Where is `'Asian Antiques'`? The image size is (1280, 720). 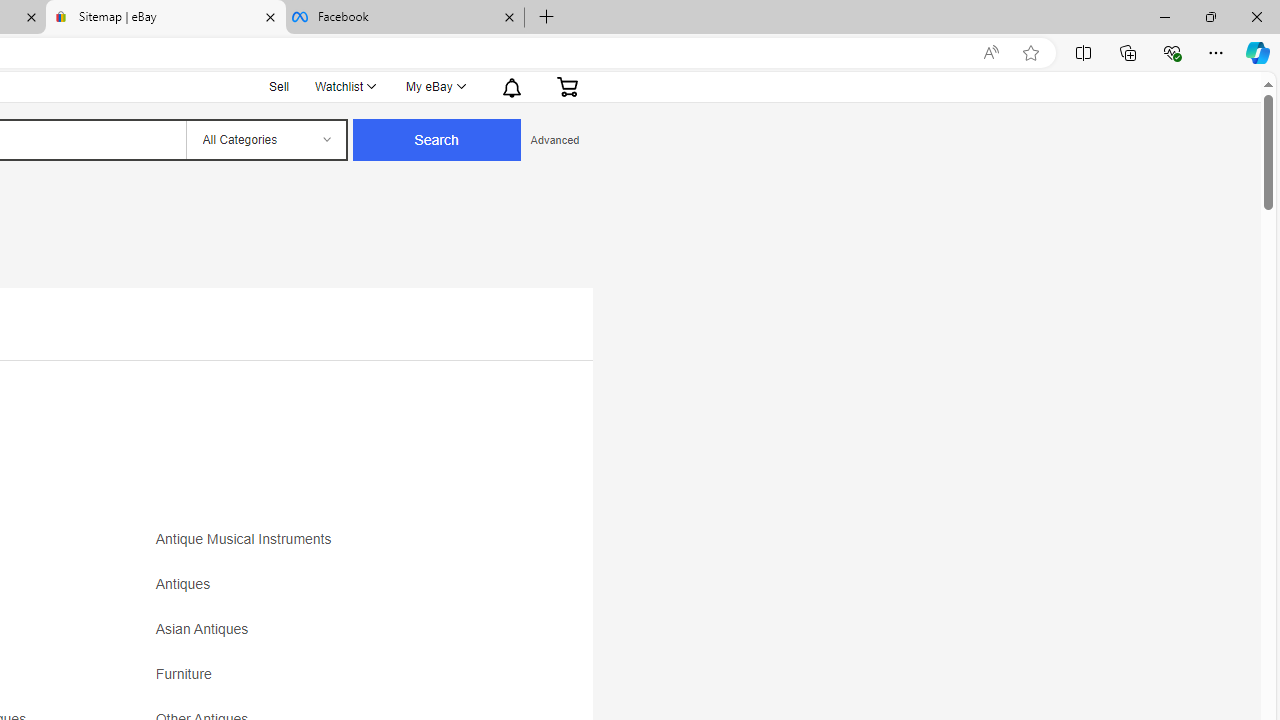
'Asian Antiques' is located at coordinates (332, 636).